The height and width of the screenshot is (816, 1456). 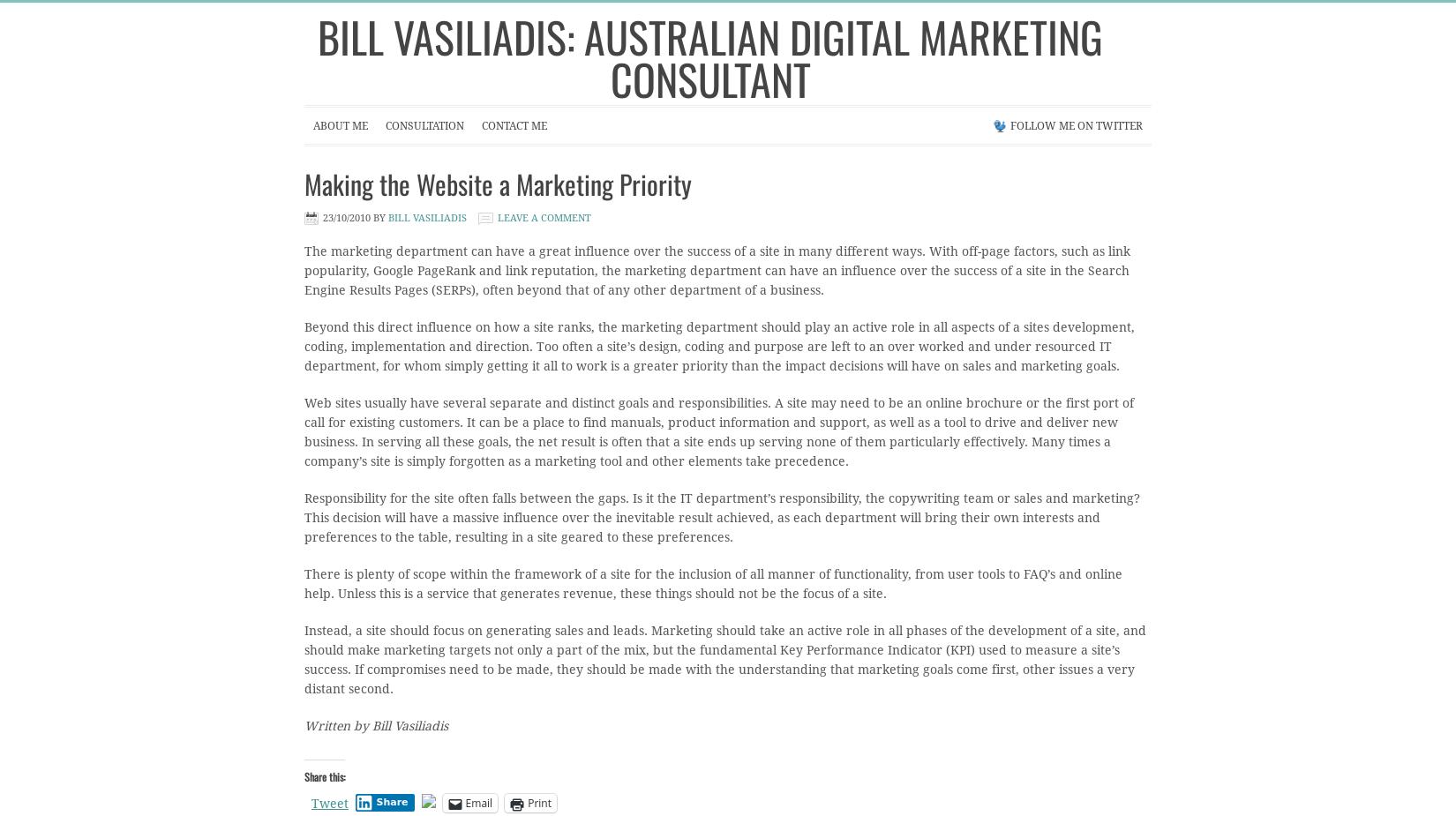 What do you see at coordinates (375, 725) in the screenshot?
I see `'Written by Bill Vasiliadis'` at bounding box center [375, 725].